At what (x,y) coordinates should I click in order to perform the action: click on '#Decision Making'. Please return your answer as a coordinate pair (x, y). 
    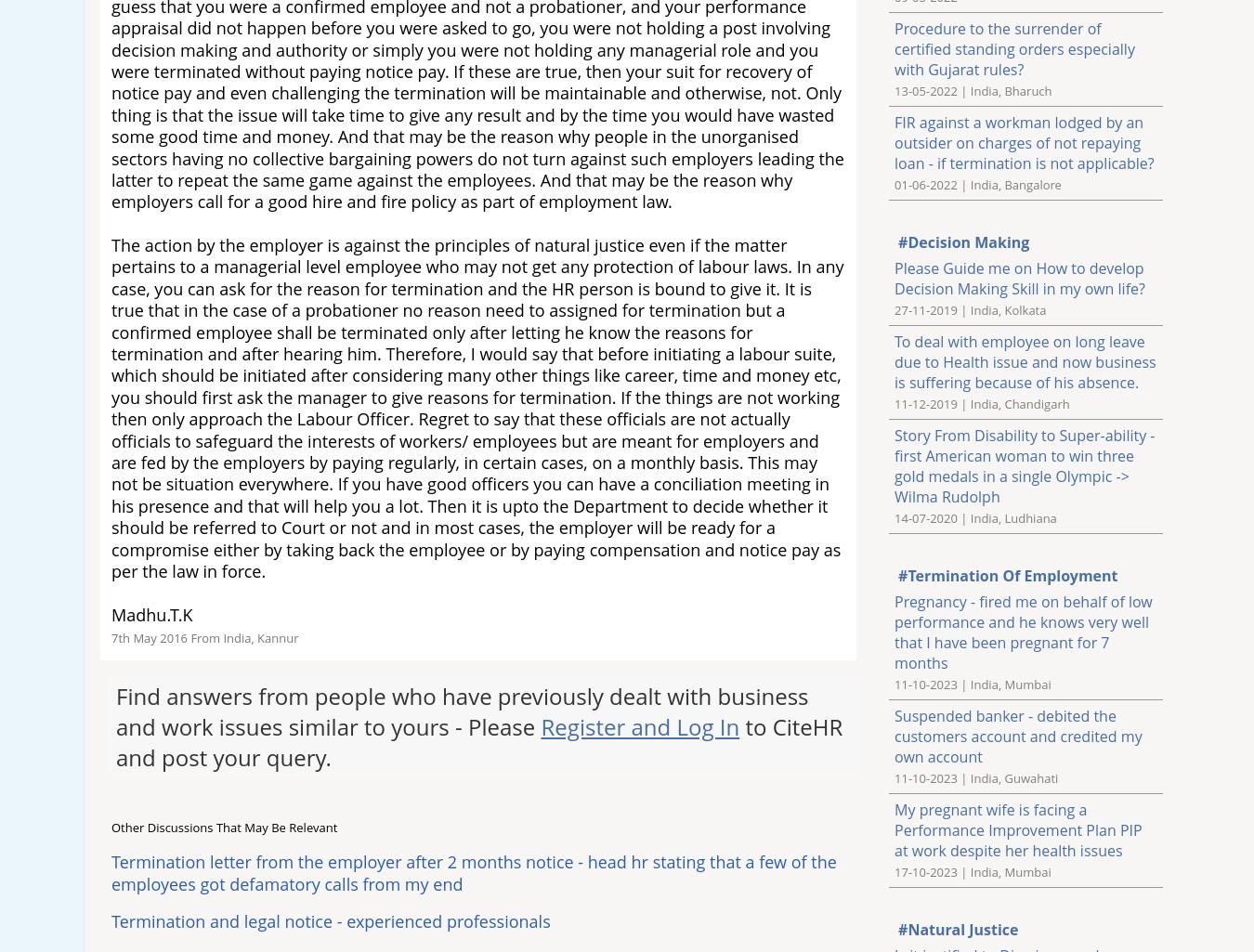
    Looking at the image, I should click on (963, 241).